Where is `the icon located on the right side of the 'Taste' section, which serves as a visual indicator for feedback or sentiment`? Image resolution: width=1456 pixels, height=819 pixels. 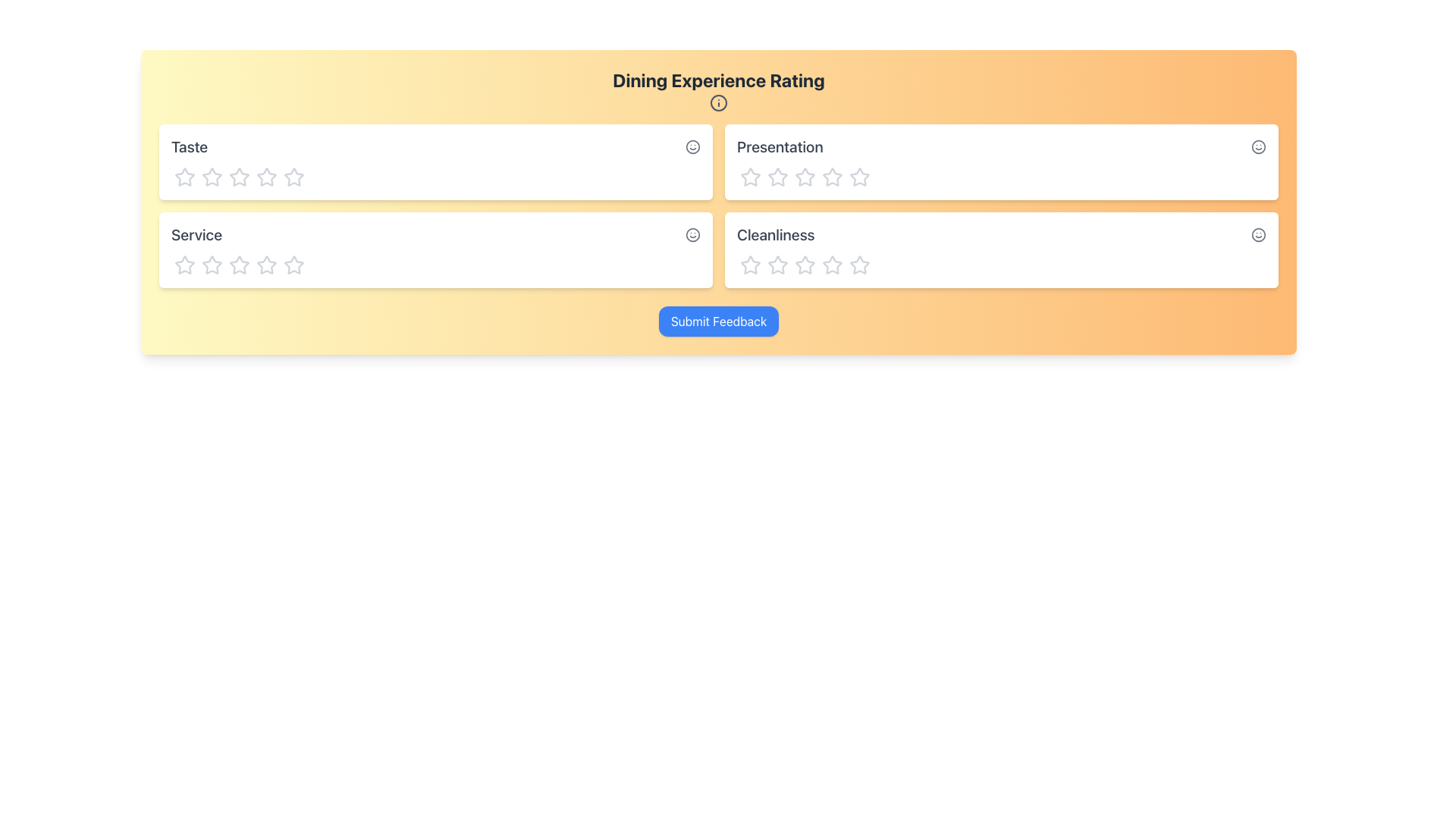 the icon located on the right side of the 'Taste' section, which serves as a visual indicator for feedback or sentiment is located at coordinates (692, 146).